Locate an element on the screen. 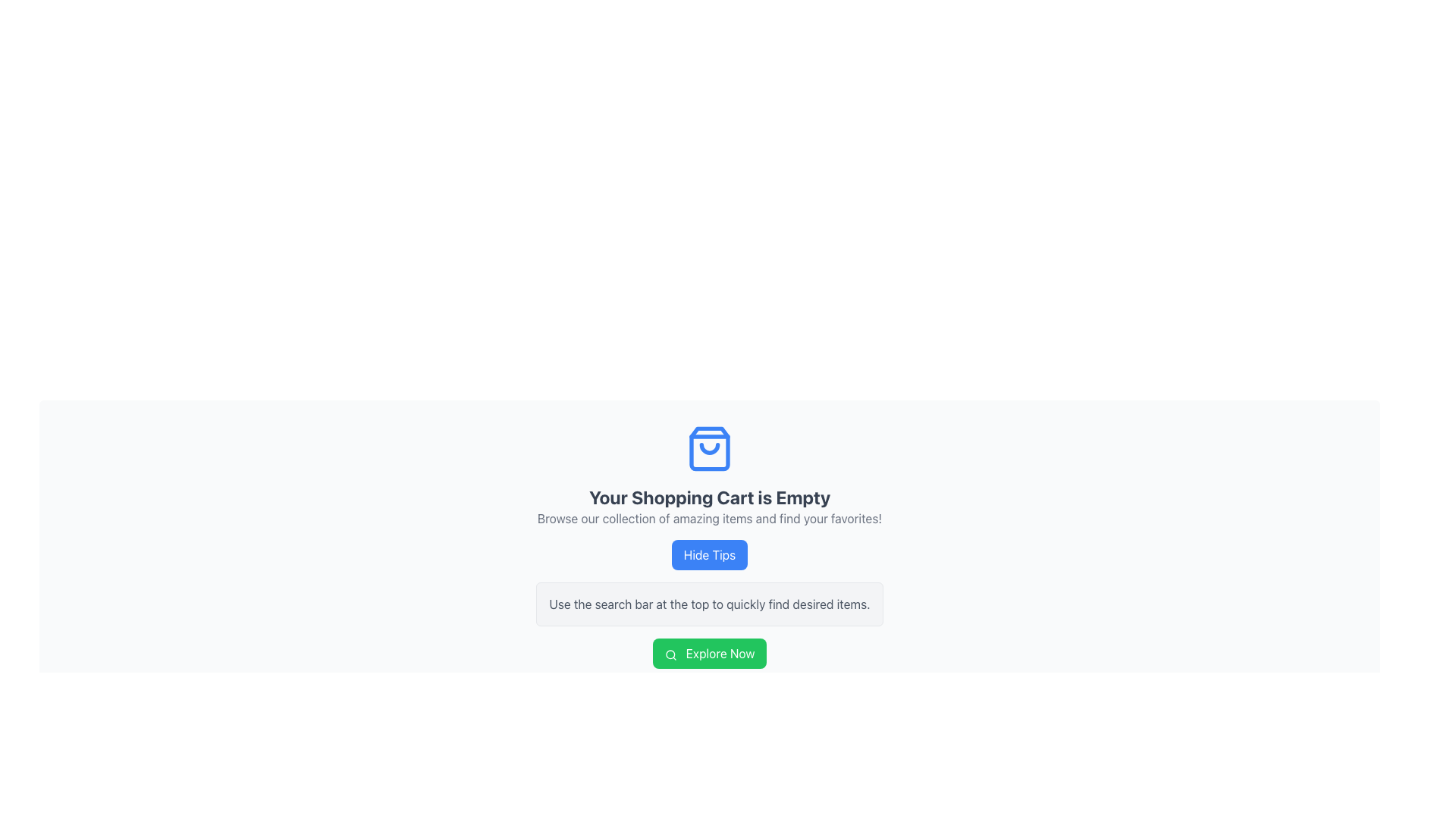  the text label indicating that the shopping cart is currently empty, which is positioned below the shopping bag icon and above the text starting with 'Browse our collection' is located at coordinates (709, 497).